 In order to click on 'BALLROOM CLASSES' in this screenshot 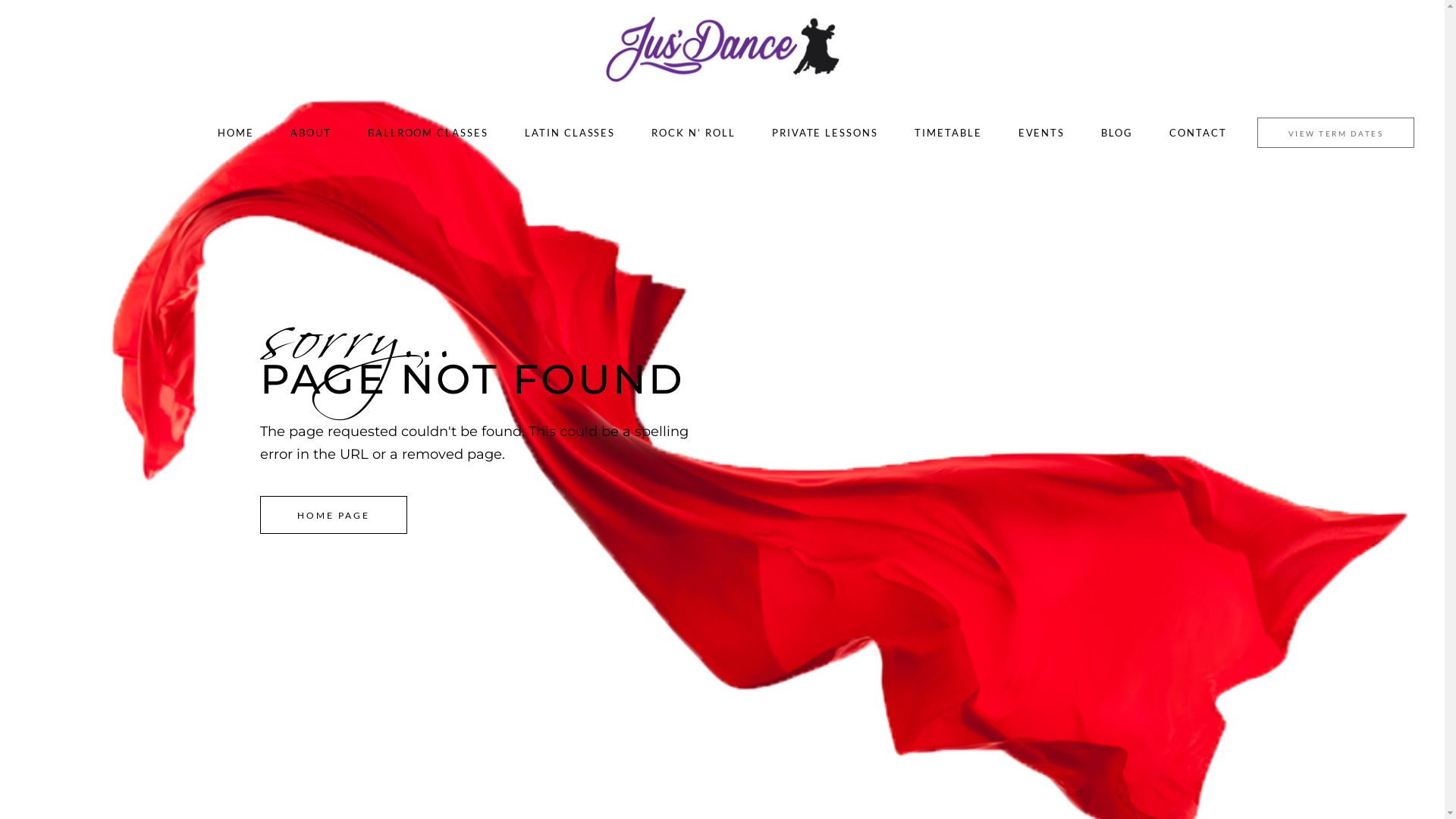, I will do `click(427, 131)`.